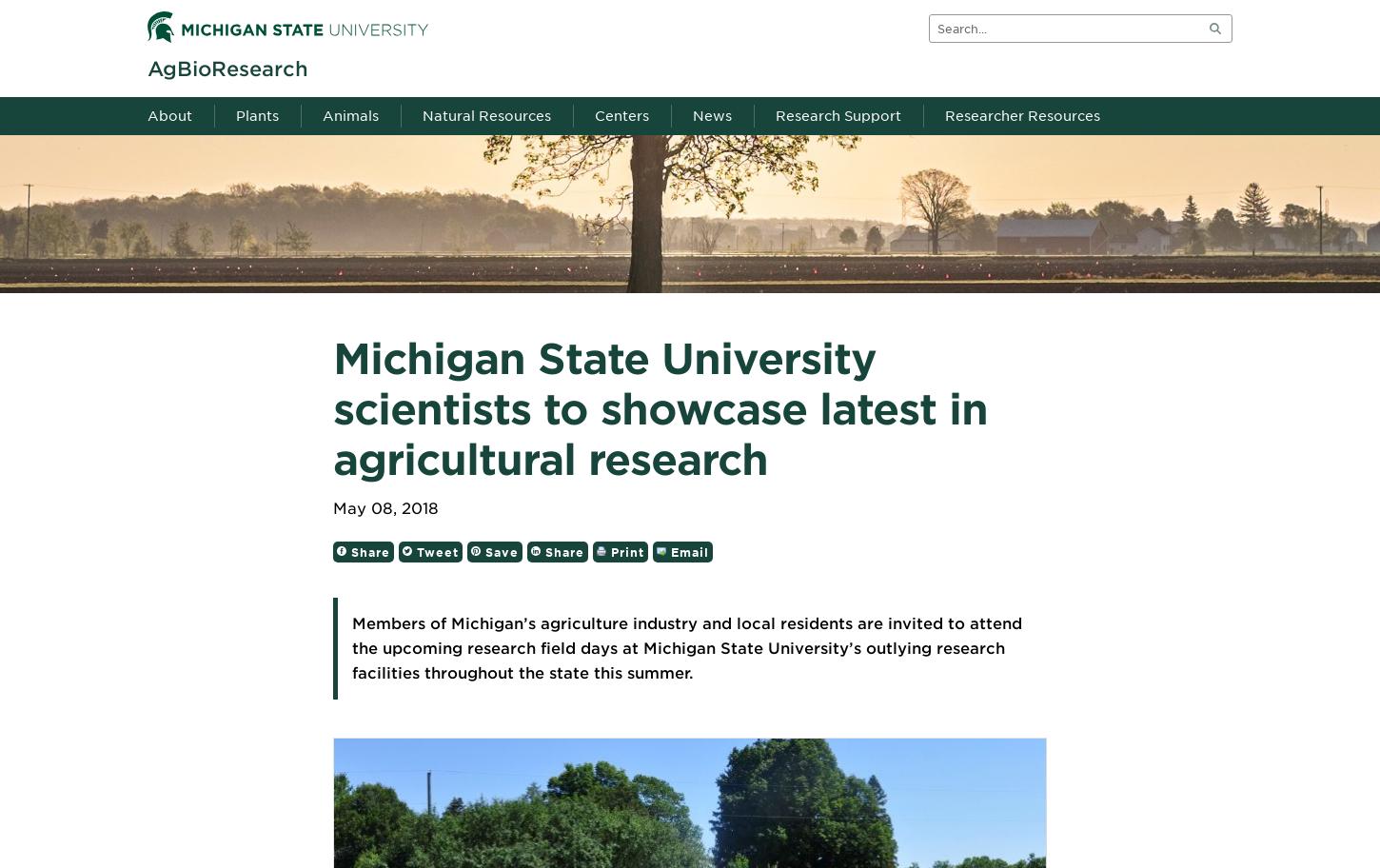  Describe the element at coordinates (486, 115) in the screenshot. I see `'Natural Resources'` at that location.